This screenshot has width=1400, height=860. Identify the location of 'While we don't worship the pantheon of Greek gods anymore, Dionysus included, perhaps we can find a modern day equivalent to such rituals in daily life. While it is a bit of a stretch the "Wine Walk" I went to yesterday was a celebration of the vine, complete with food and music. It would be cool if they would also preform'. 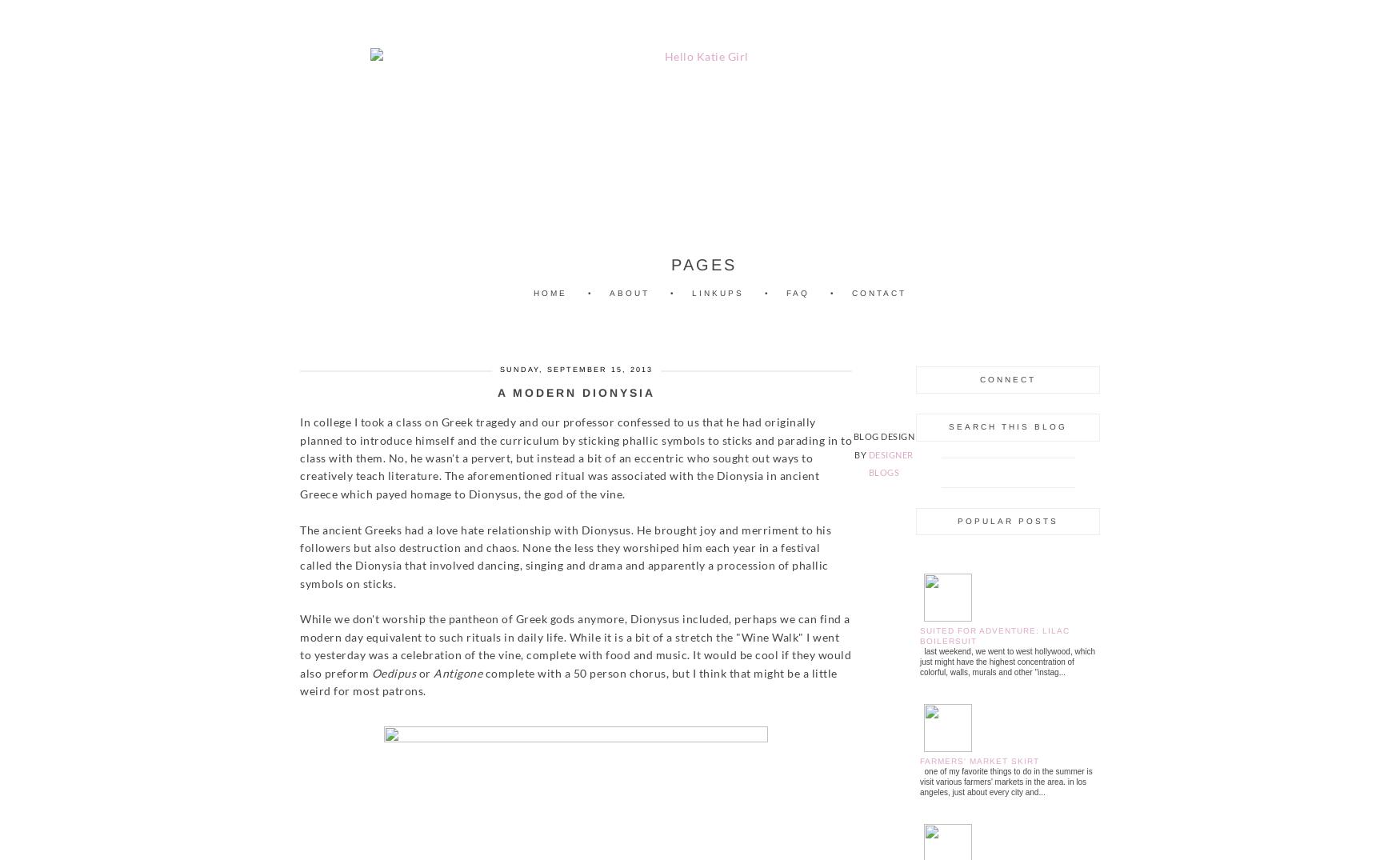
(575, 645).